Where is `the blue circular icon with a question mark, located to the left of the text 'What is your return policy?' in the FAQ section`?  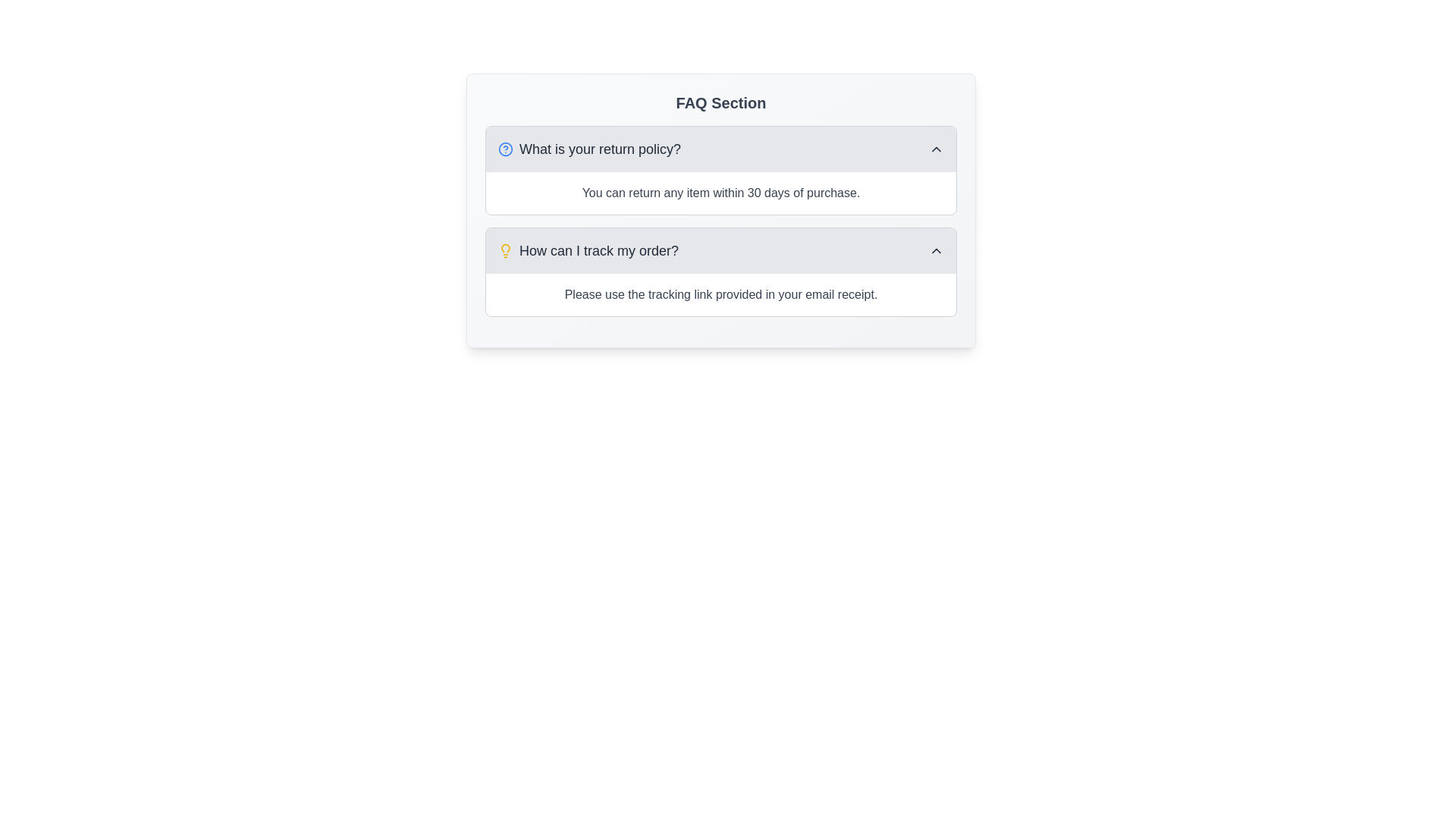 the blue circular icon with a question mark, located to the left of the text 'What is your return policy?' in the FAQ section is located at coordinates (506, 149).